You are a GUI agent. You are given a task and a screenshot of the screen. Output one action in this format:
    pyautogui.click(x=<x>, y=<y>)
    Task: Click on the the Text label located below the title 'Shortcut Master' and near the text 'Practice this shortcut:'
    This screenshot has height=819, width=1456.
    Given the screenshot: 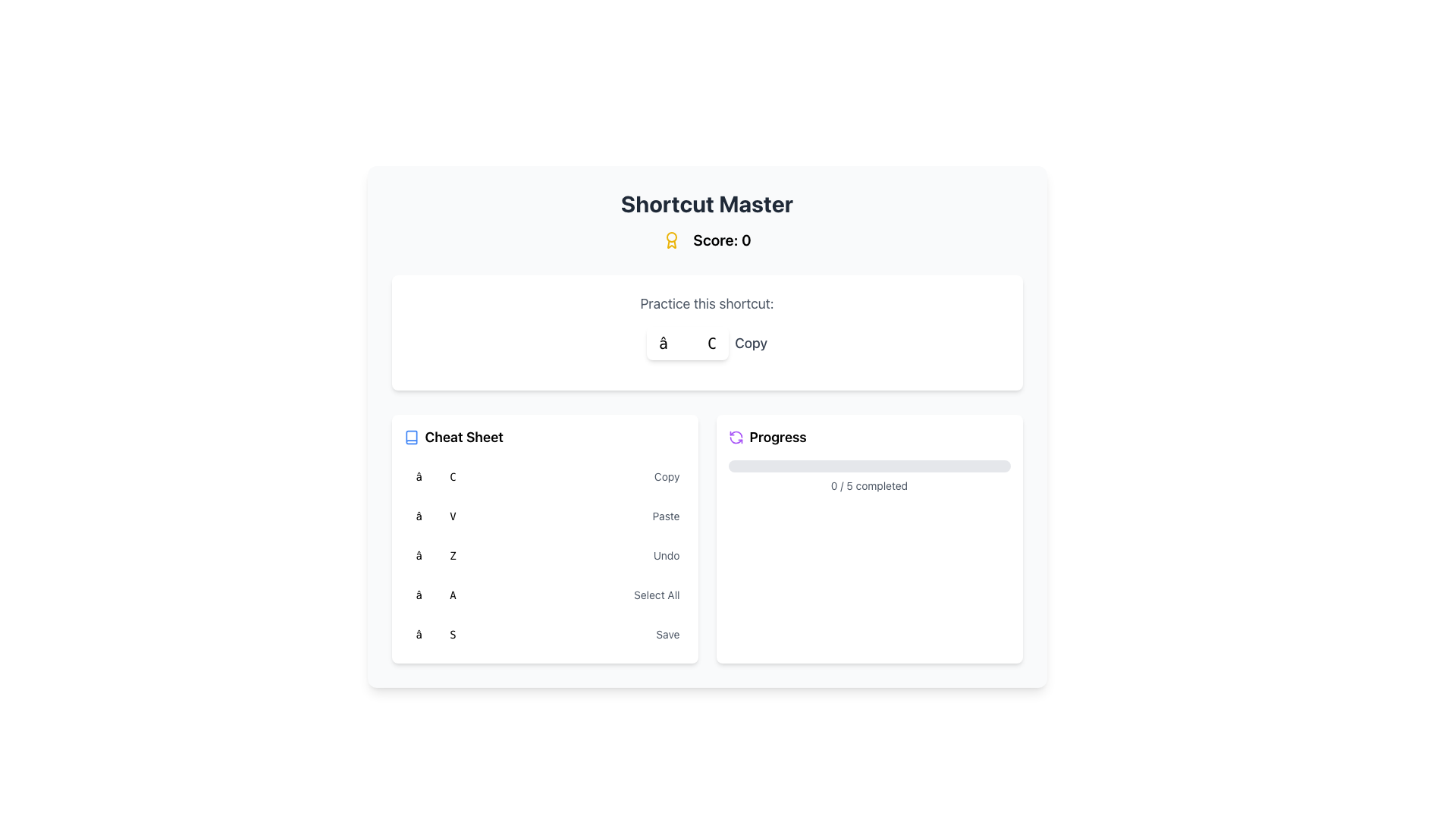 What is the action you would take?
    pyautogui.click(x=751, y=343)
    